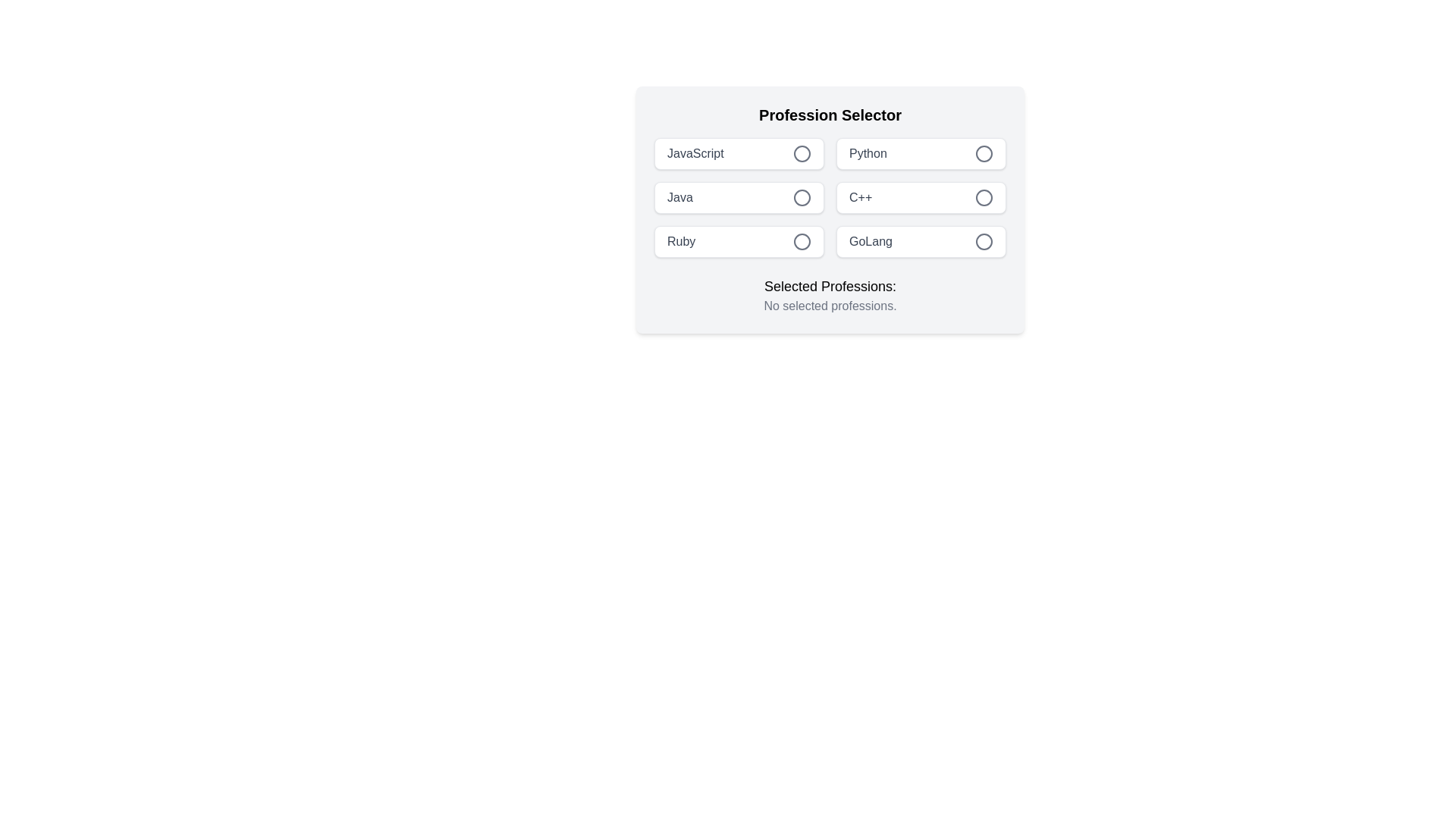 The image size is (1456, 819). I want to click on the text element displaying 'C++' in a medium-weight, gray font, located in the middle-right grid of the profession selection grid, so click(861, 197).